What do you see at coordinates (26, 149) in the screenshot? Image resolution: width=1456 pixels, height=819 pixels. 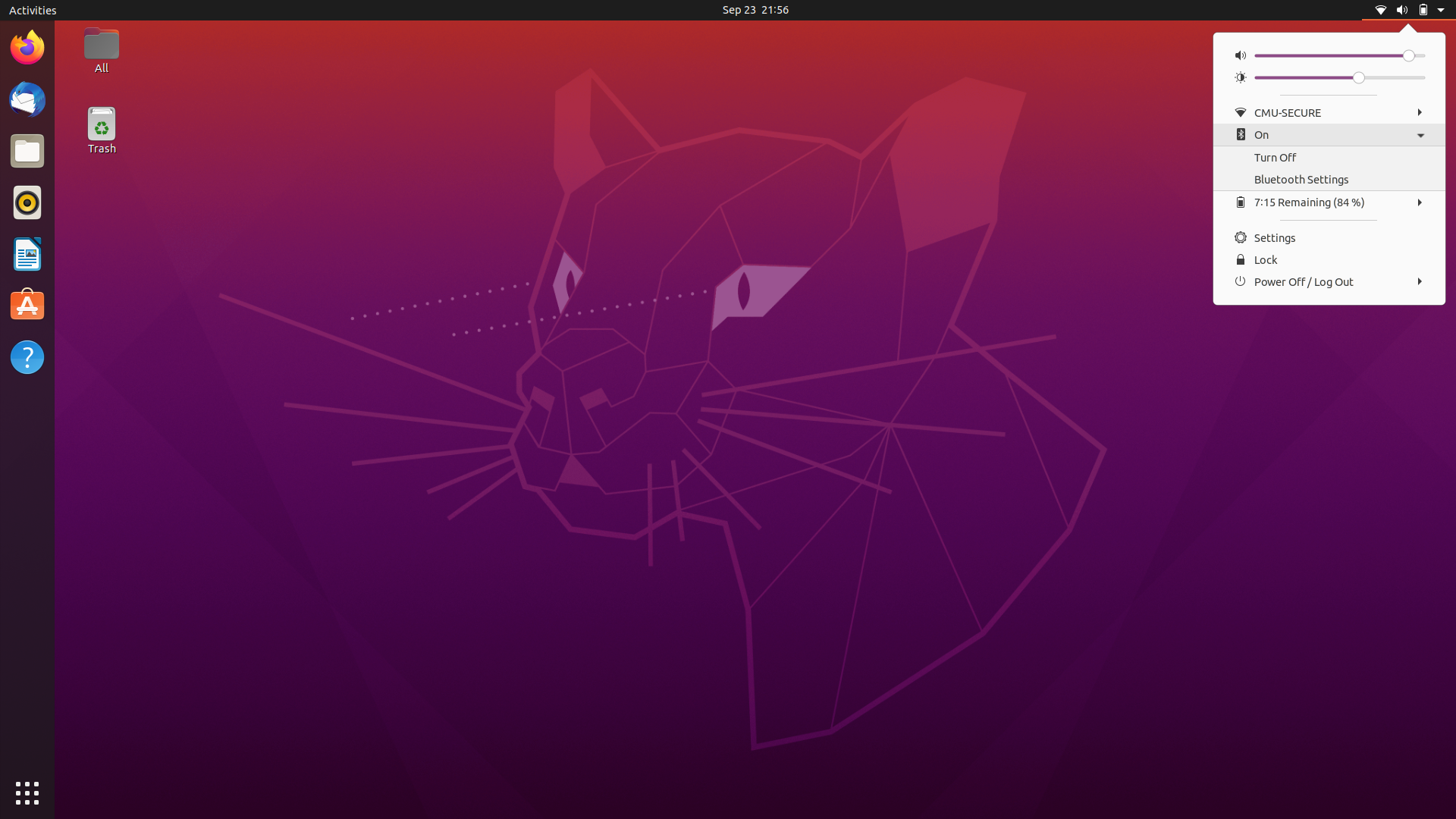 I see `the File Directory` at bounding box center [26, 149].